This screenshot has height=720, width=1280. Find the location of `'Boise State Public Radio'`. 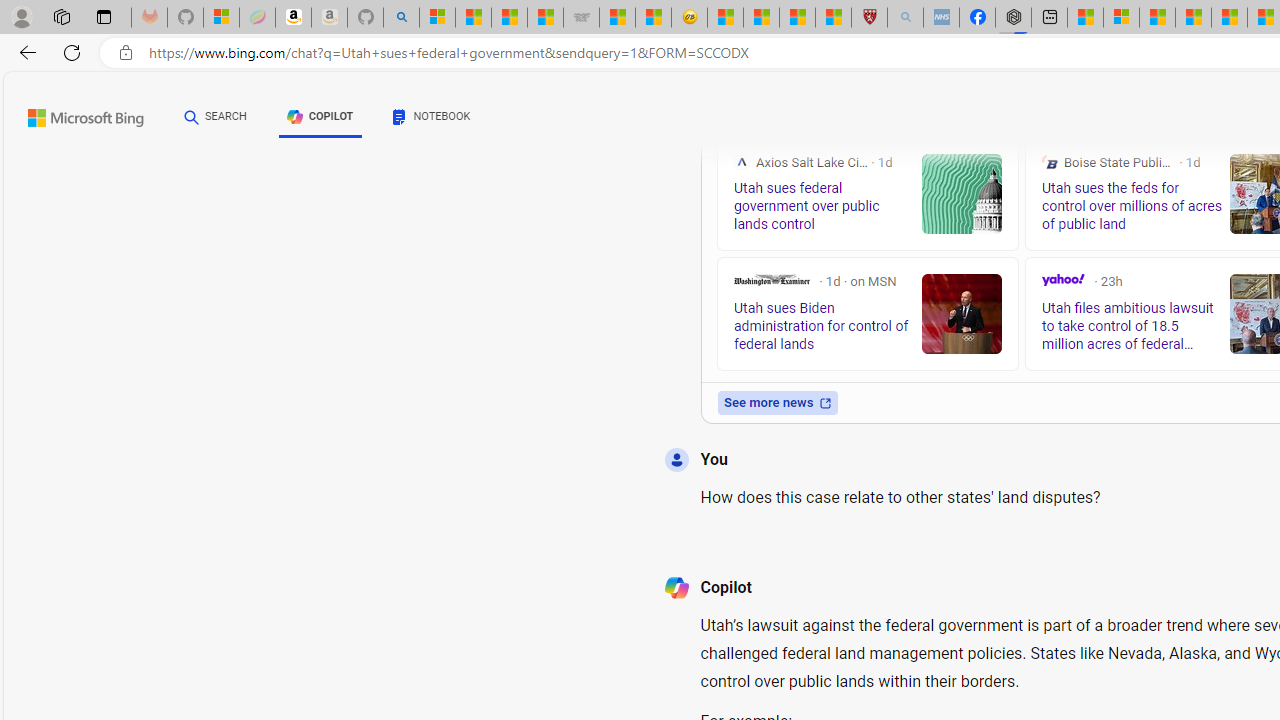

'Boise State Public Radio' is located at coordinates (1048, 161).